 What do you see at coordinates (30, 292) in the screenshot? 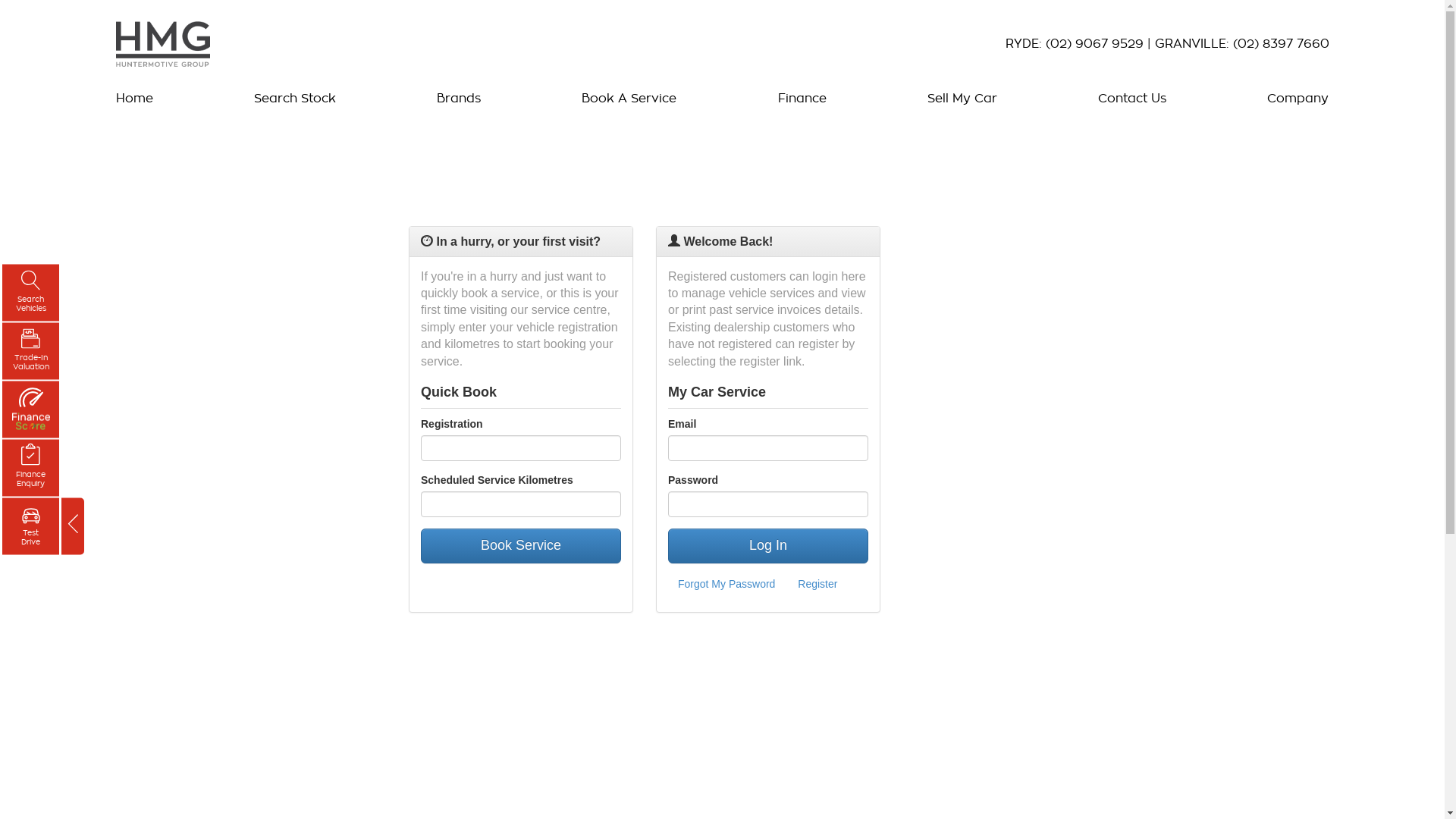
I see `'Search` at bounding box center [30, 292].